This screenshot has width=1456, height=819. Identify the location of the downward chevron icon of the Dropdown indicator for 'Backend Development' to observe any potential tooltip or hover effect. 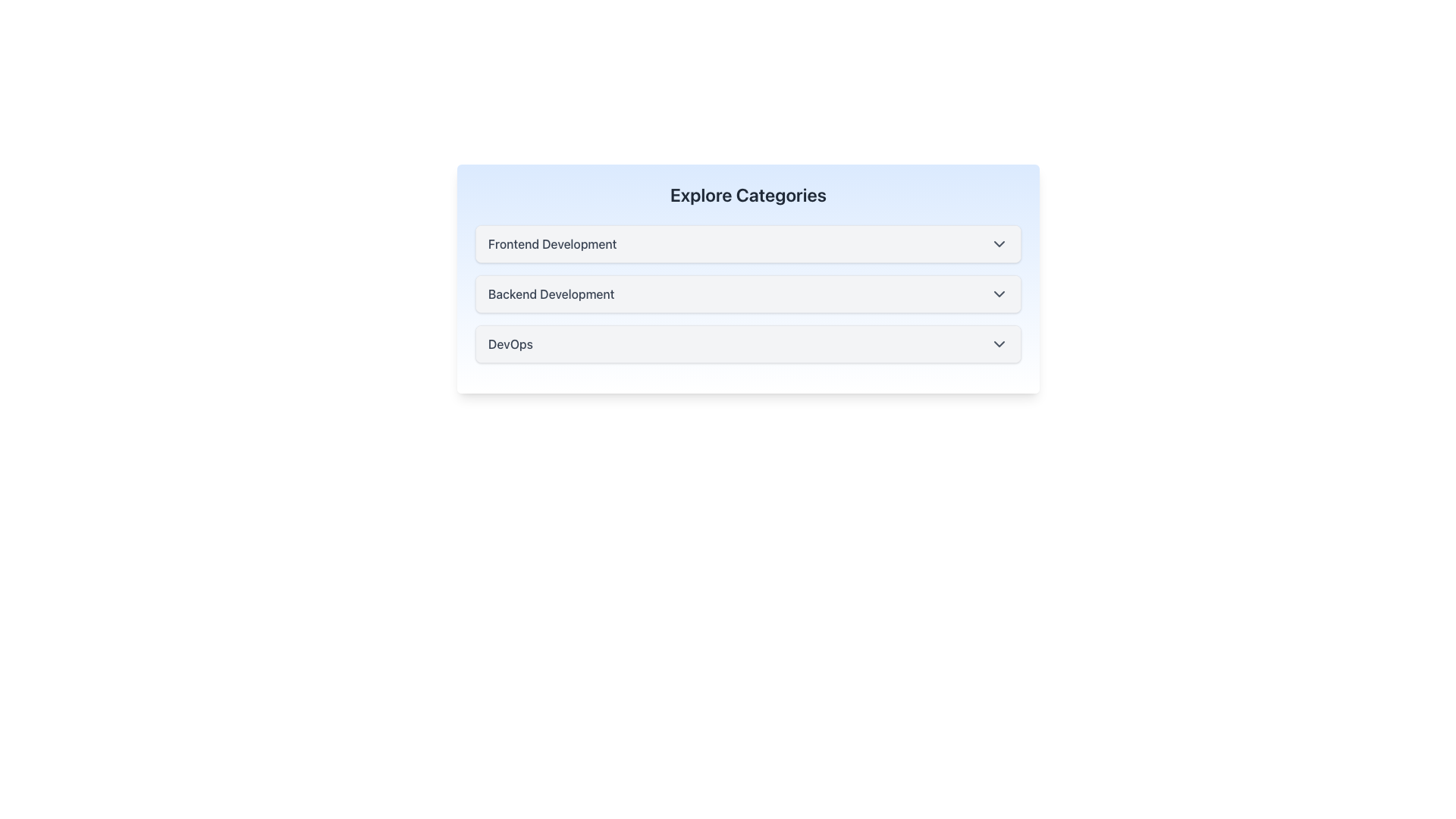
(999, 294).